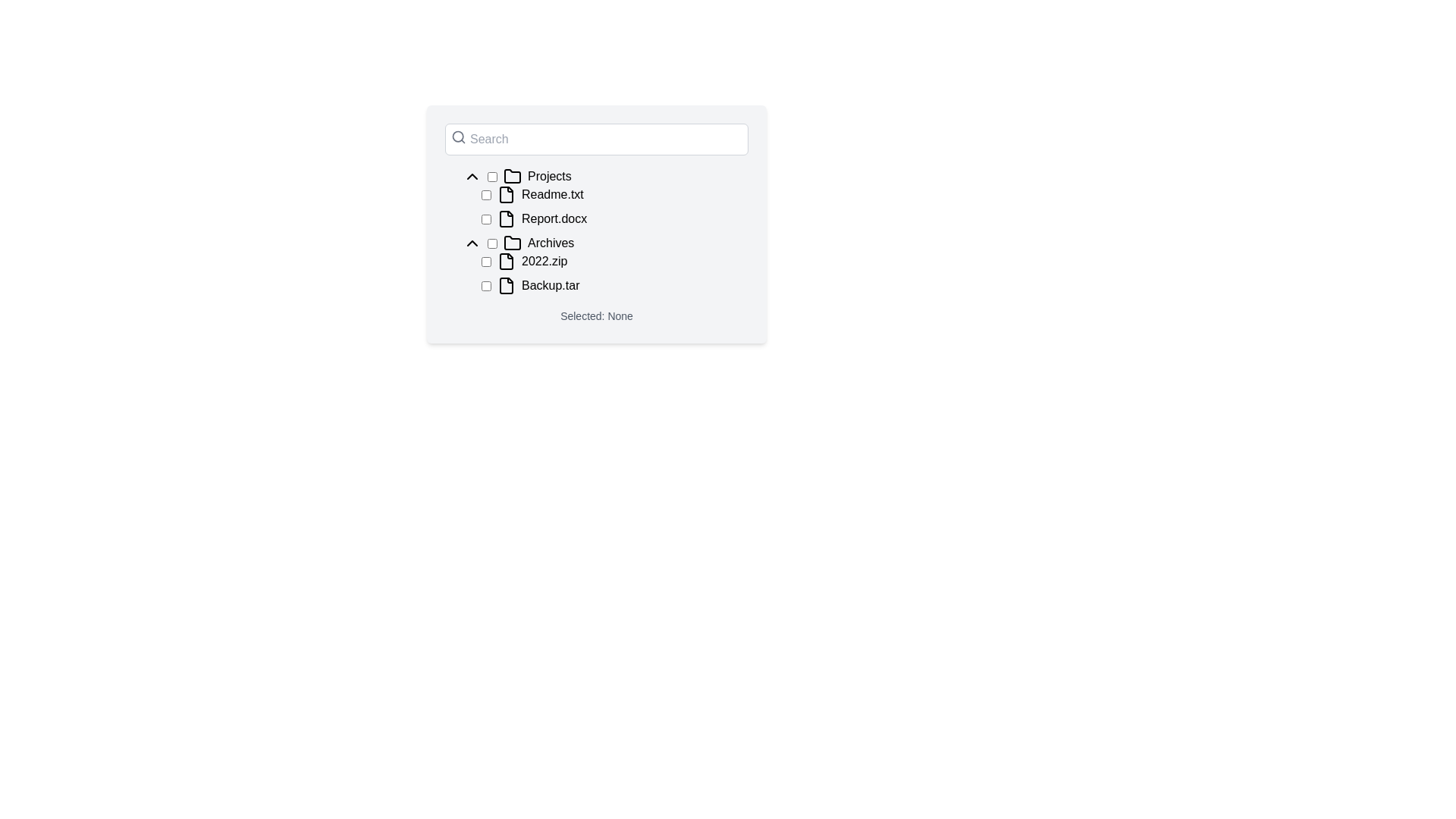  I want to click on the text label displaying '2022.zip', which is the first file listed under the expanded 'Archives' folder, so click(544, 260).